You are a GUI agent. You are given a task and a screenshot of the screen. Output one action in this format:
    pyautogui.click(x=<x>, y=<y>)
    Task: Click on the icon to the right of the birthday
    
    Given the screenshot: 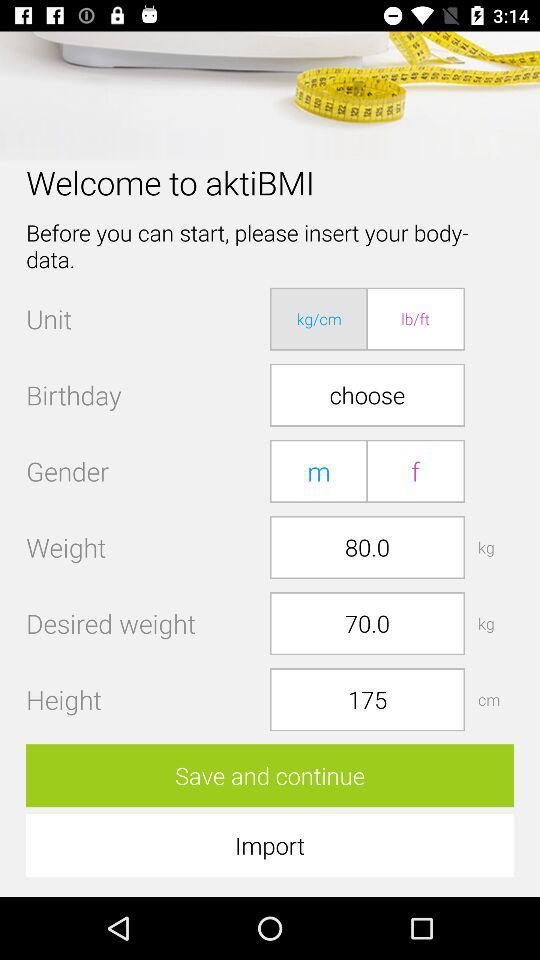 What is the action you would take?
    pyautogui.click(x=366, y=394)
    